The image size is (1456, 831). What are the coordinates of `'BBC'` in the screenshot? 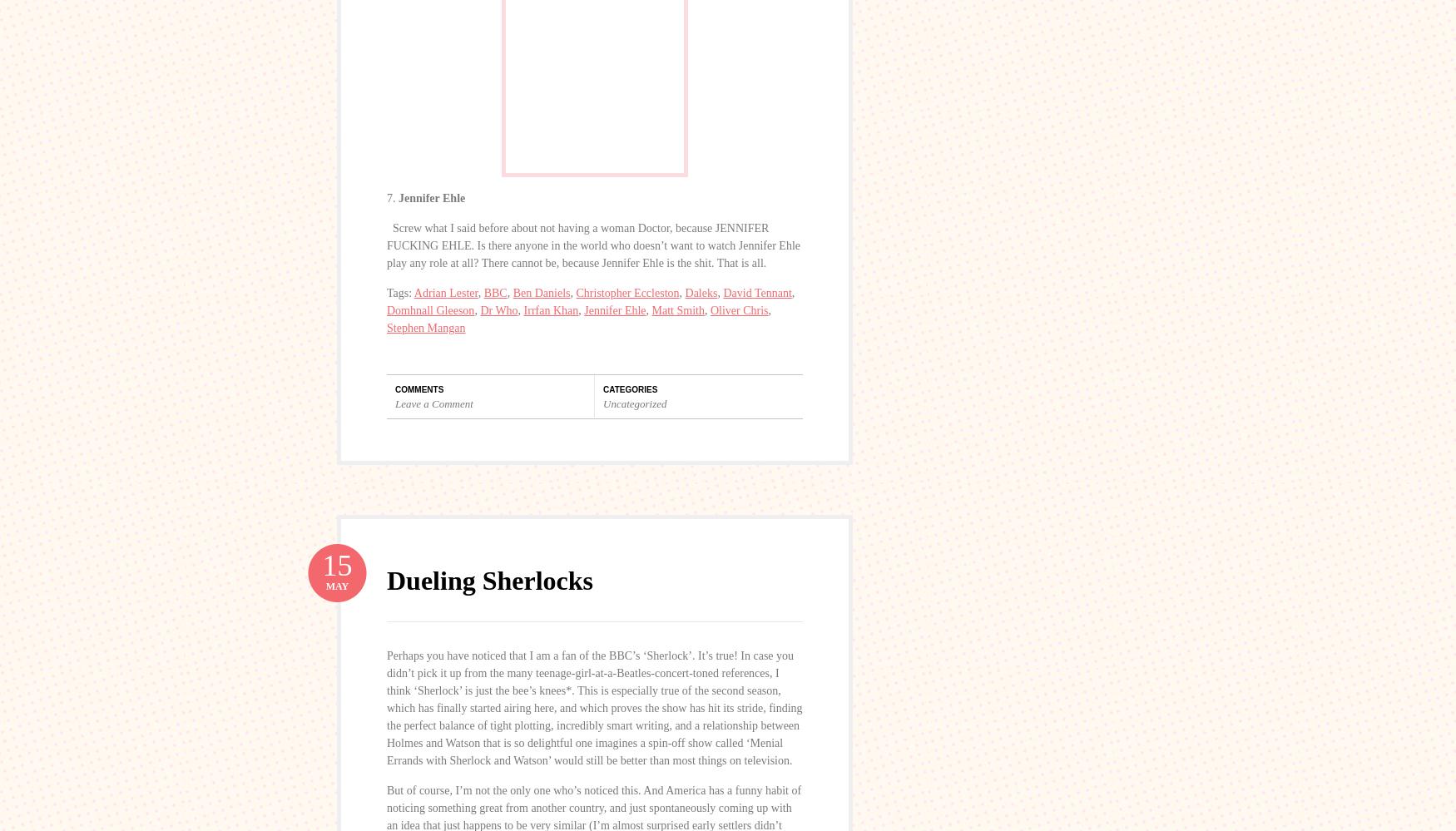 It's located at (495, 292).